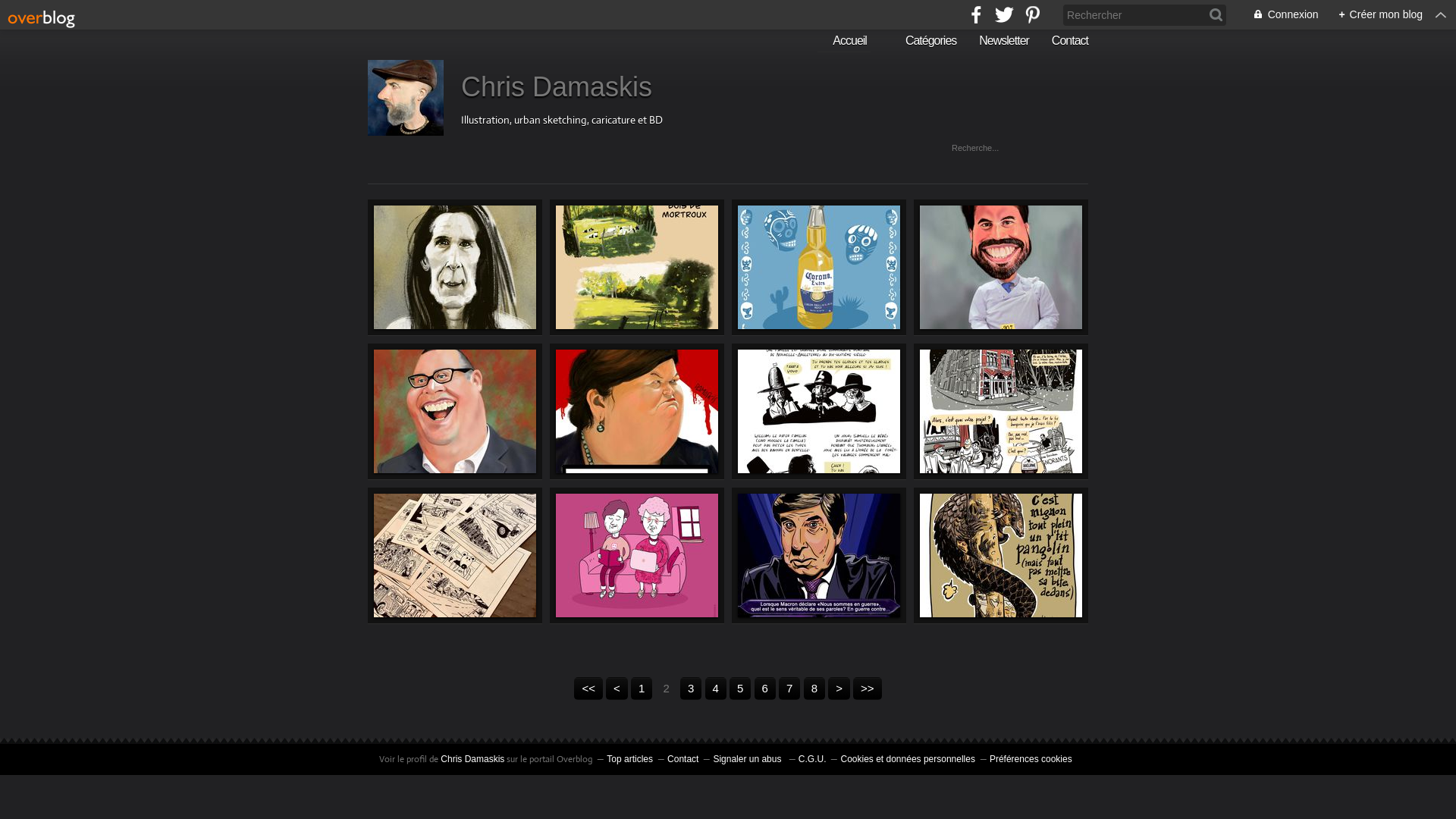  Describe the element at coordinates (641, 688) in the screenshot. I see `'1'` at that location.